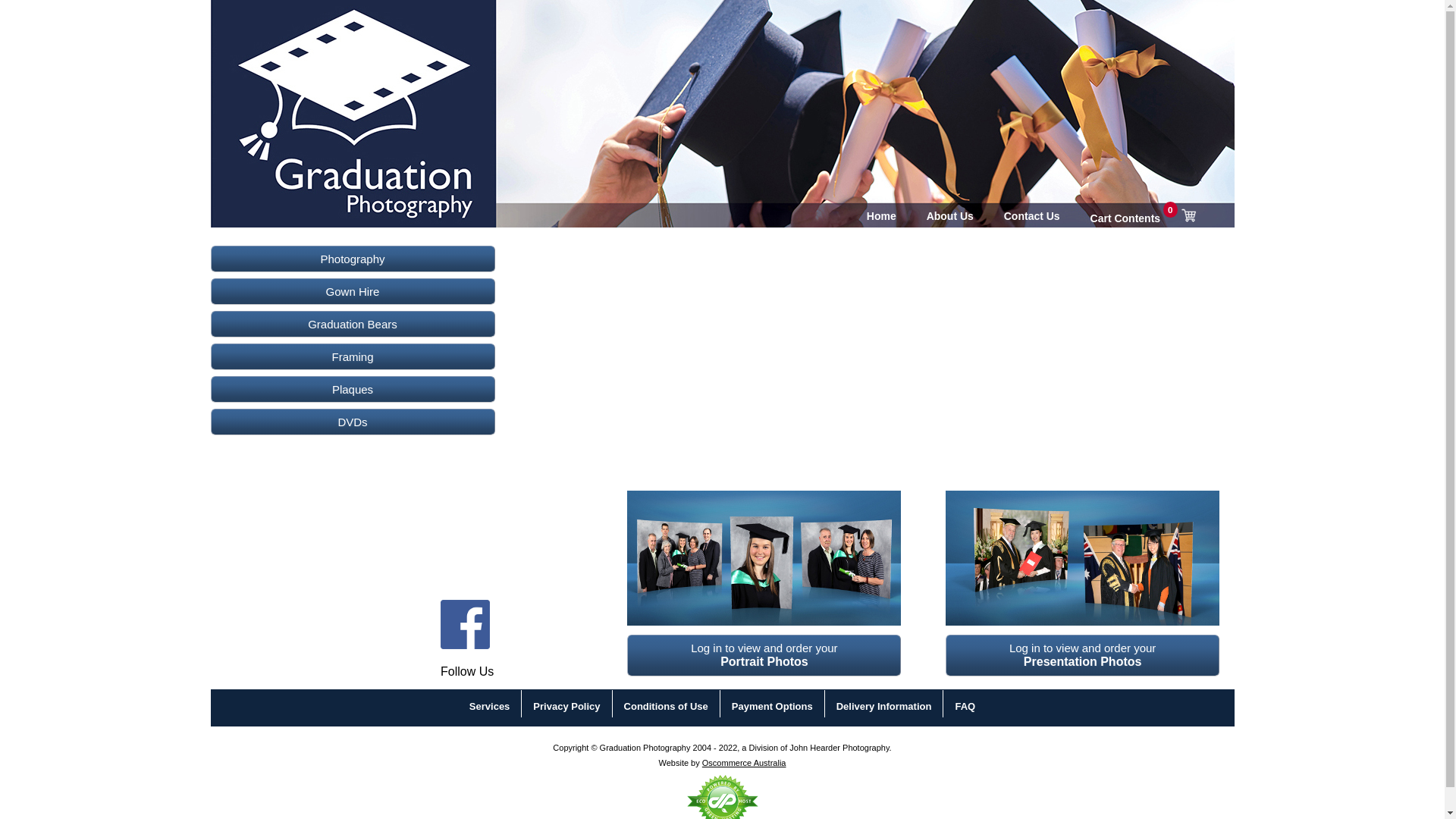 The image size is (1456, 819). Describe the element at coordinates (666, 706) in the screenshot. I see `'Conditions of Use'` at that location.